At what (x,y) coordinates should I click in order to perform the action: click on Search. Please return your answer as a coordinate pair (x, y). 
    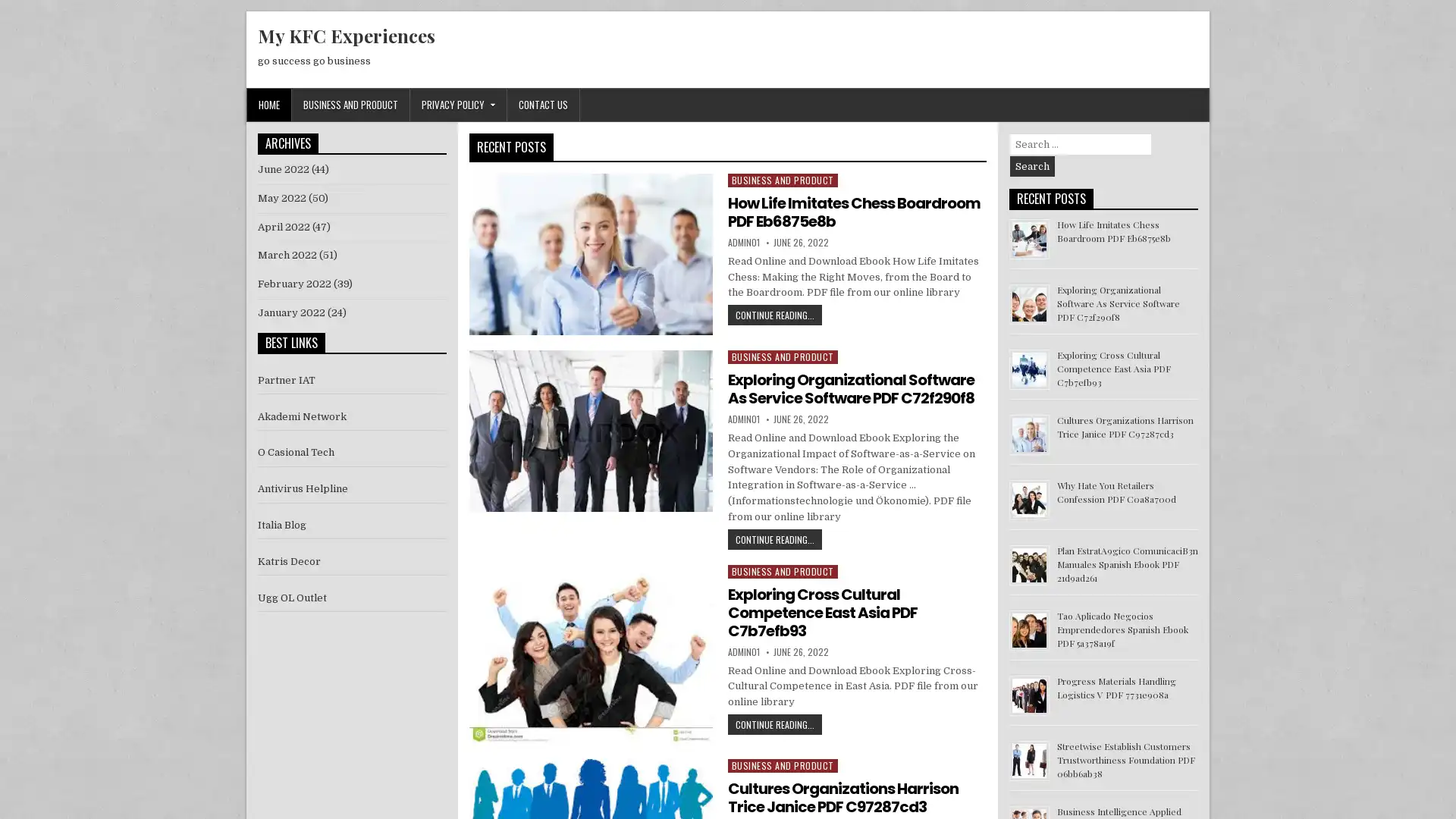
    Looking at the image, I should click on (1031, 166).